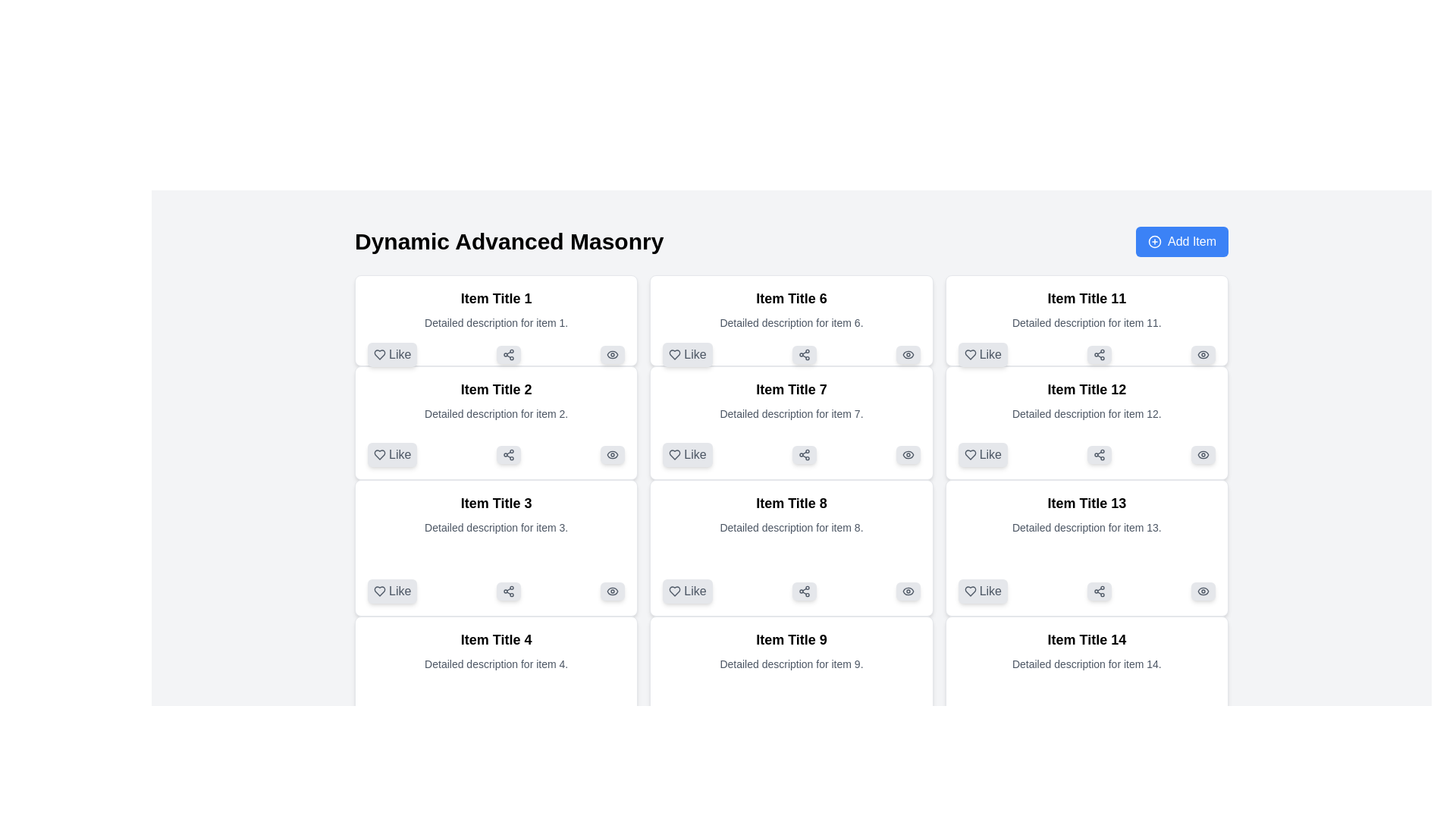  Describe the element at coordinates (1203, 354) in the screenshot. I see `the visibility icon located in the top-right corner of the card labeled 'Item Title 11'` at that location.